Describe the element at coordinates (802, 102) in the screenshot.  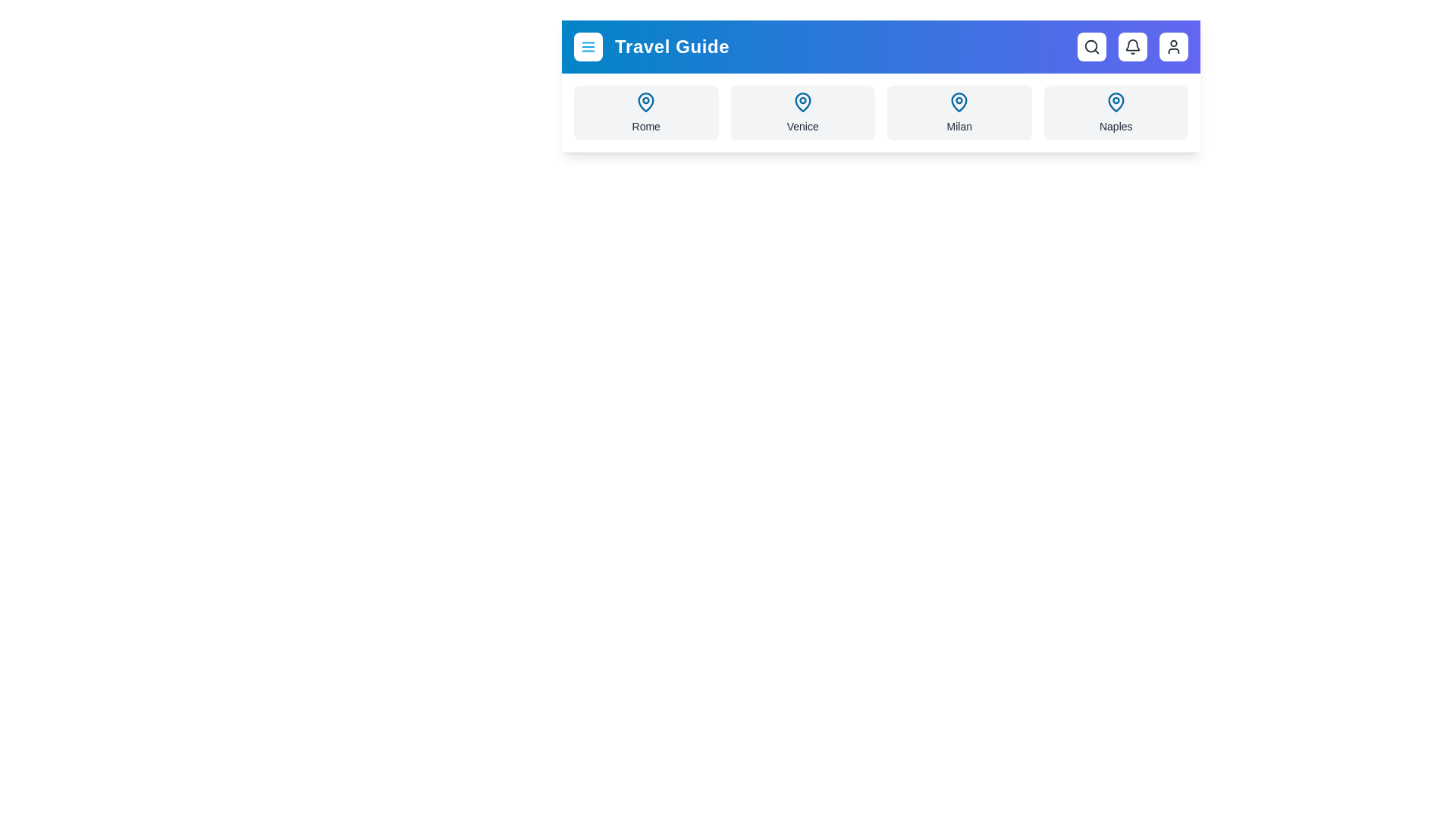
I see `the map pin icon for Venice` at that location.